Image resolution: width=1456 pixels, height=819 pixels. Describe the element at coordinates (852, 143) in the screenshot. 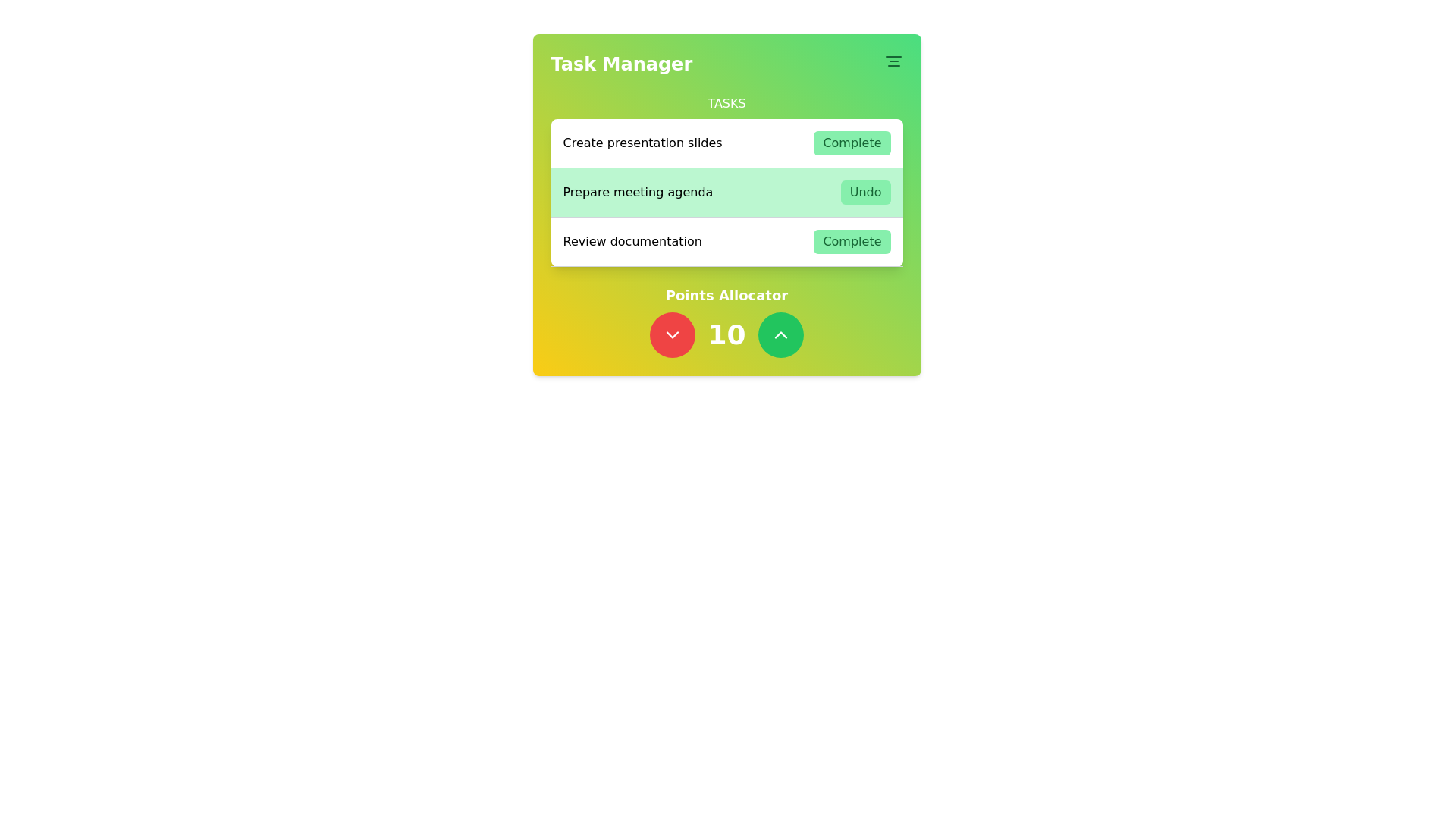

I see `the 'Complete' button to mark the task 'Create presentation slides' as completed` at that location.